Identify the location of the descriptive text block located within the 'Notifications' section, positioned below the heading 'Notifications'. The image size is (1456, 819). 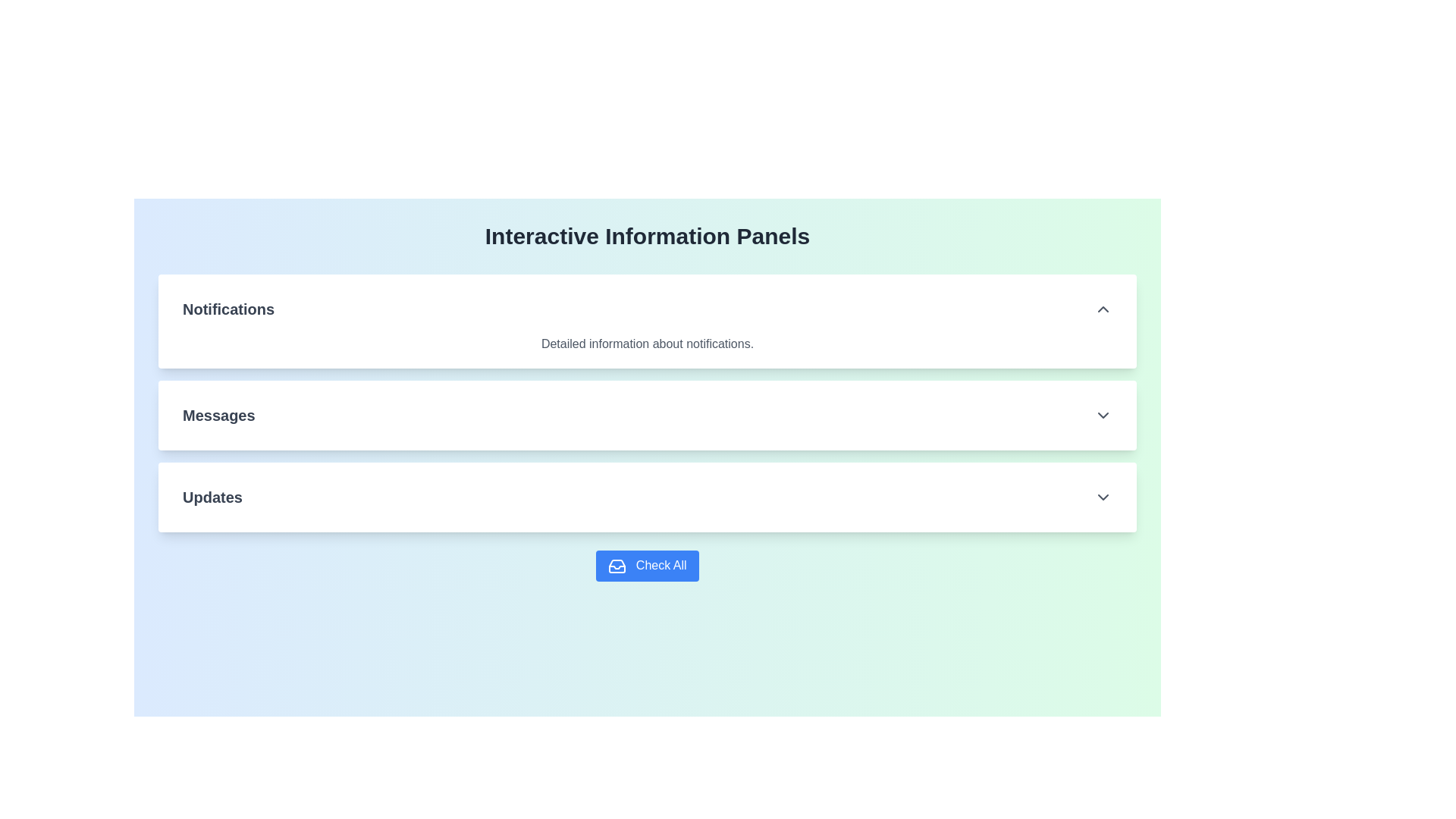
(648, 344).